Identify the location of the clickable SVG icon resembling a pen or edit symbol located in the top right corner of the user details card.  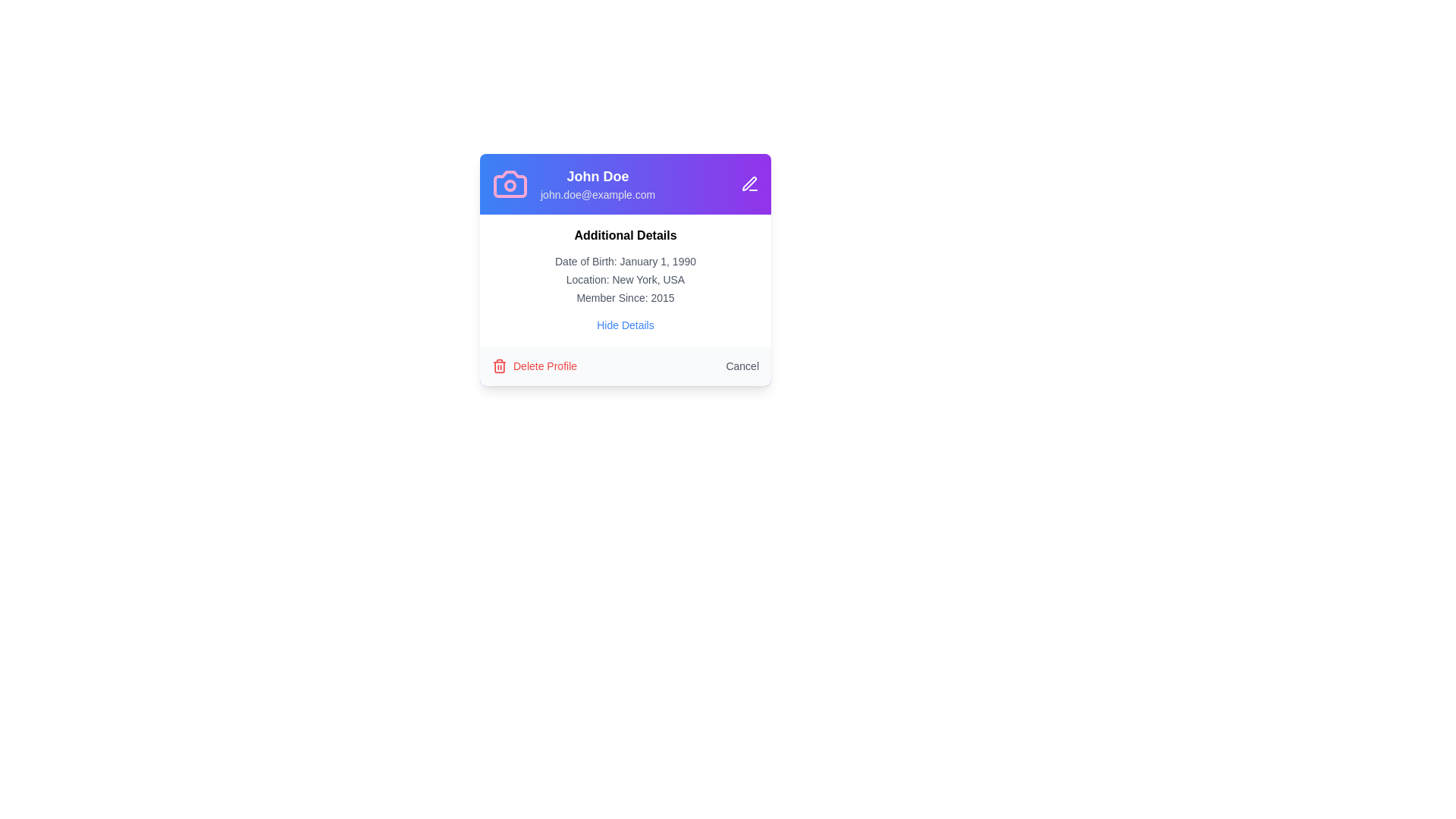
(749, 183).